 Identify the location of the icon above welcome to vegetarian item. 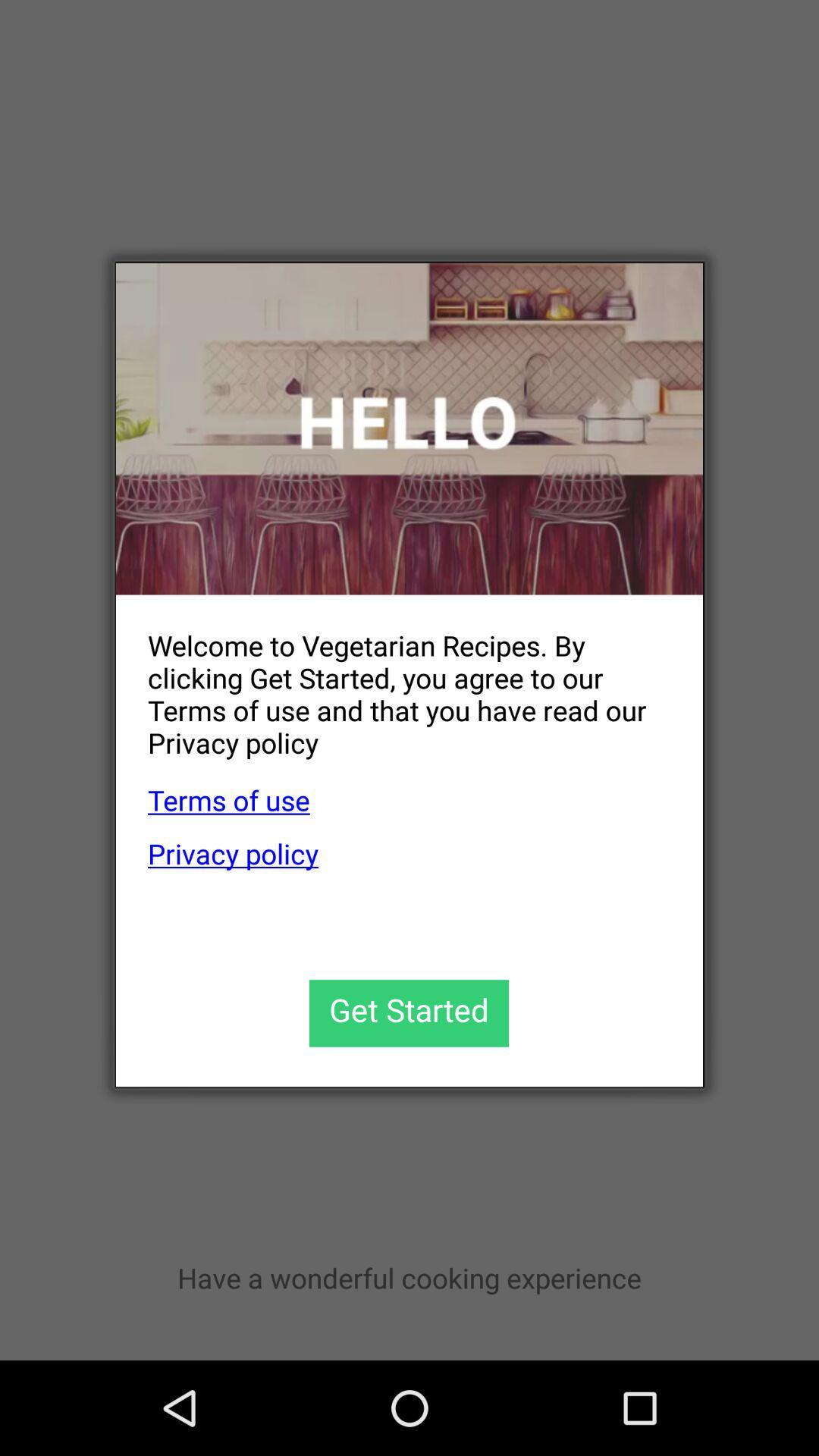
(409, 428).